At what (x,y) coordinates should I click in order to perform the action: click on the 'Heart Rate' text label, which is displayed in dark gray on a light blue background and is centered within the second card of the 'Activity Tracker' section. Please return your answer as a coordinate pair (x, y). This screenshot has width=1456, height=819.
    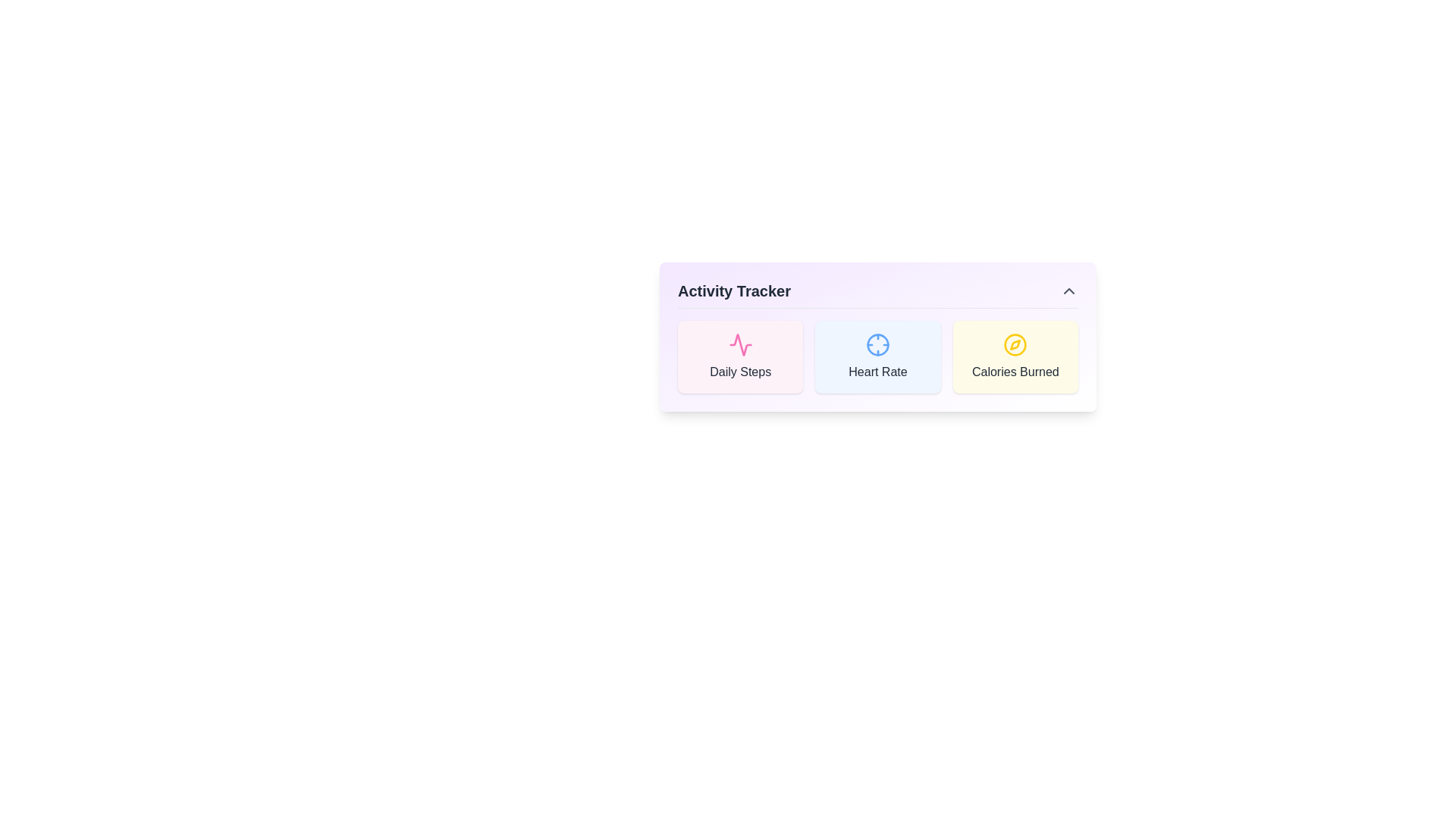
    Looking at the image, I should click on (877, 372).